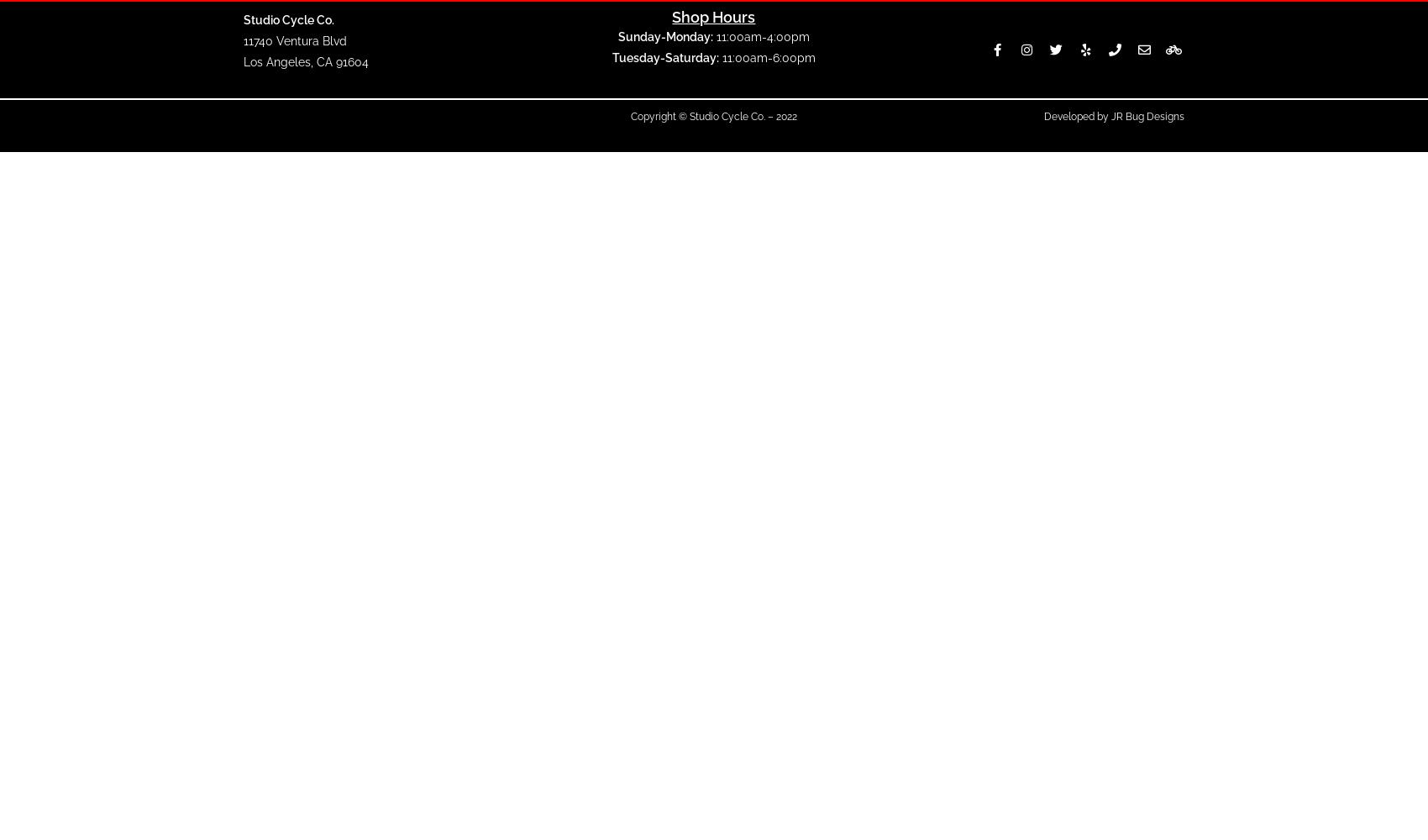 The image size is (1428, 840). I want to click on 'Studio Cycle Co.', so click(288, 19).